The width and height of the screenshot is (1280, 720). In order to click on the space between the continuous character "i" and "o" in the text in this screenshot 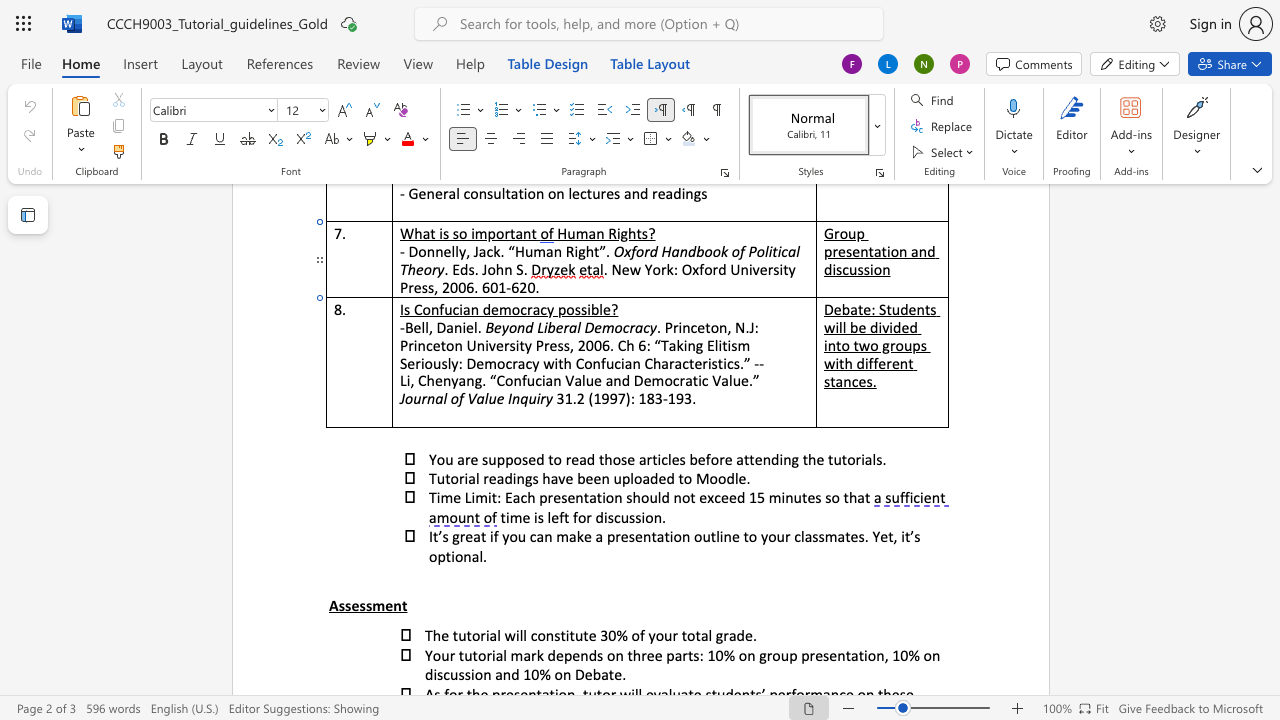, I will do `click(646, 516)`.